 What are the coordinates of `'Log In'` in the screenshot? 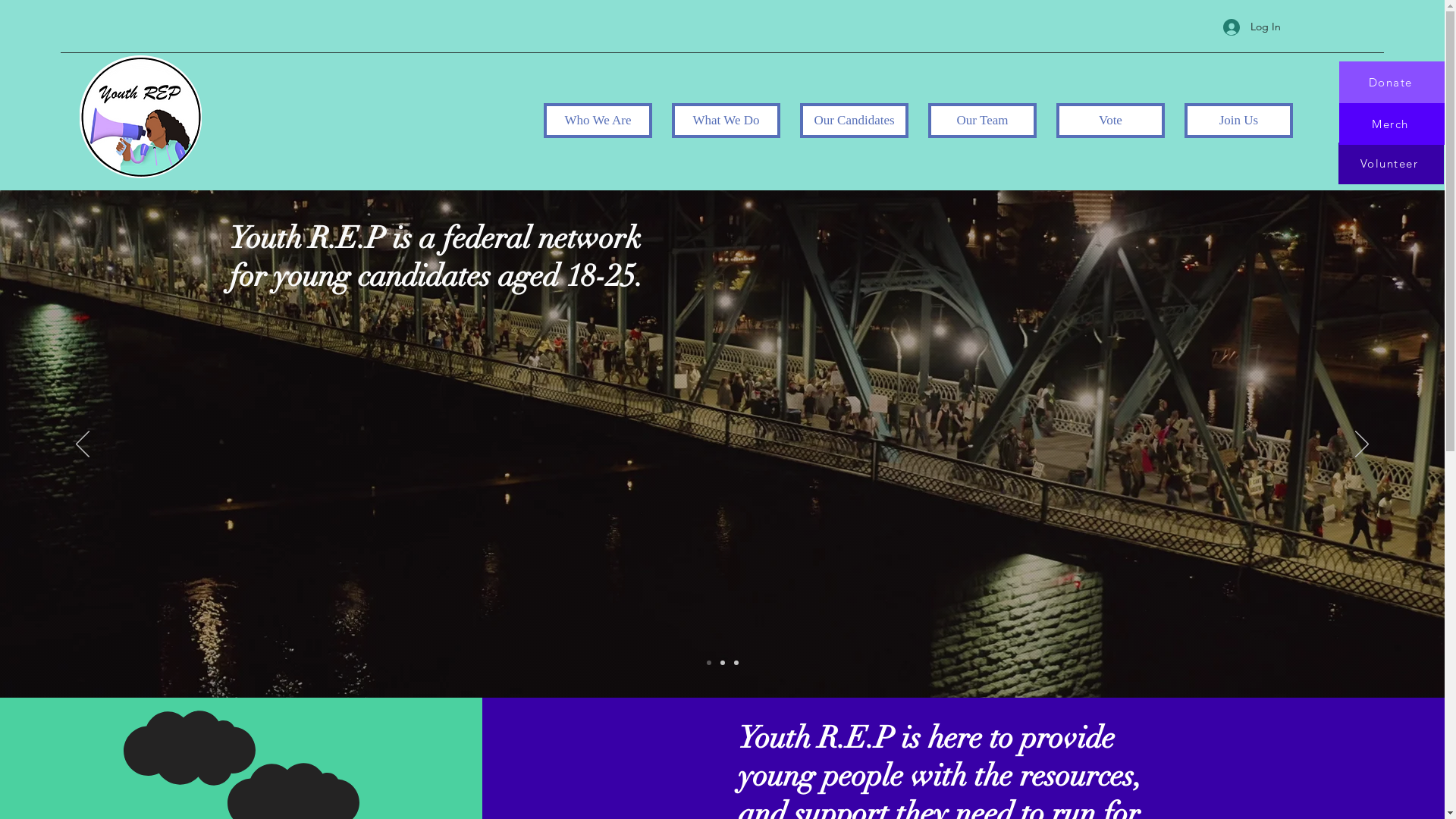 It's located at (1211, 27).